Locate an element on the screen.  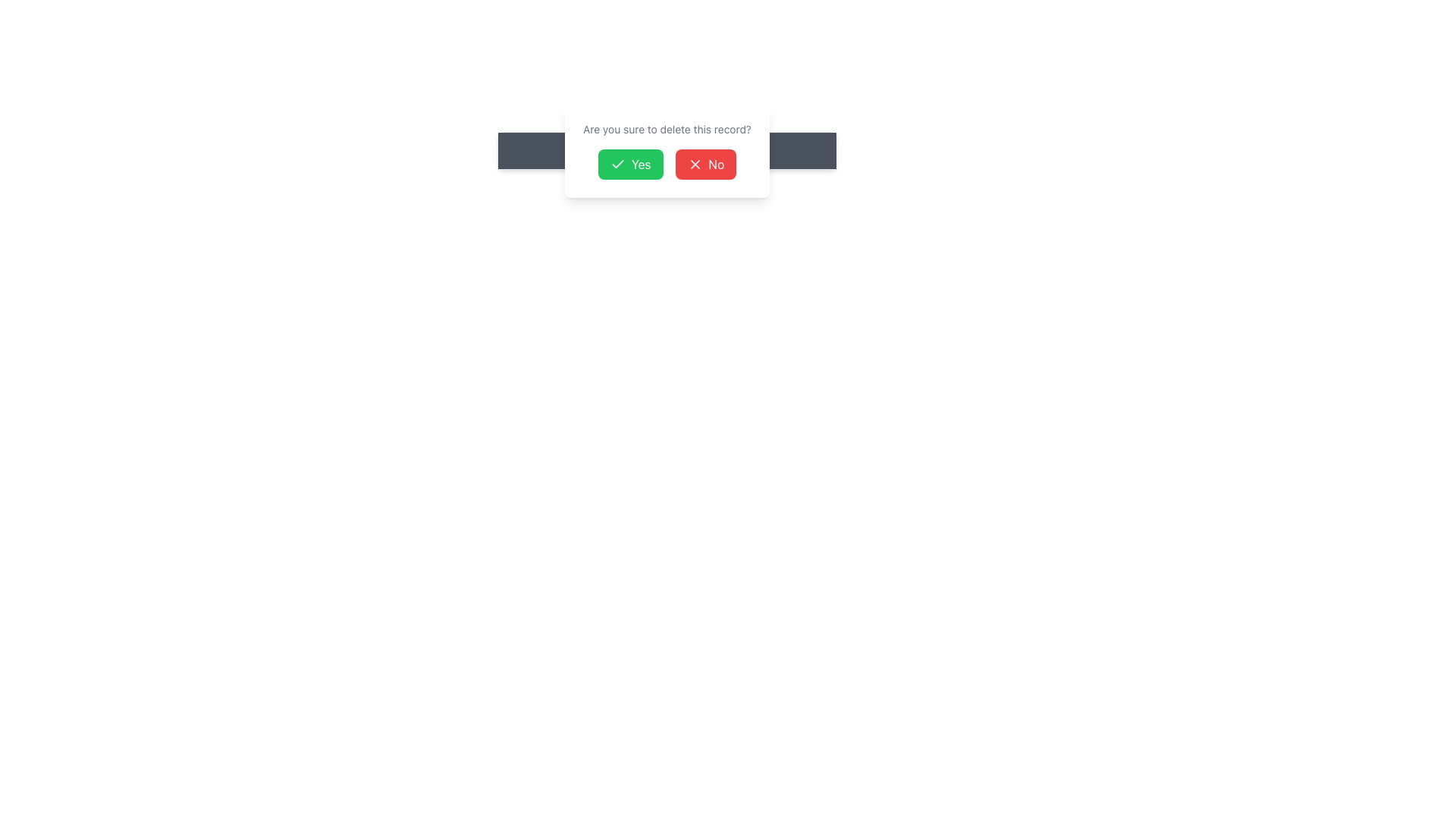
the checkmark graphic icon located on the green 'Yes' button in the confirmation dialog box is located at coordinates (617, 164).